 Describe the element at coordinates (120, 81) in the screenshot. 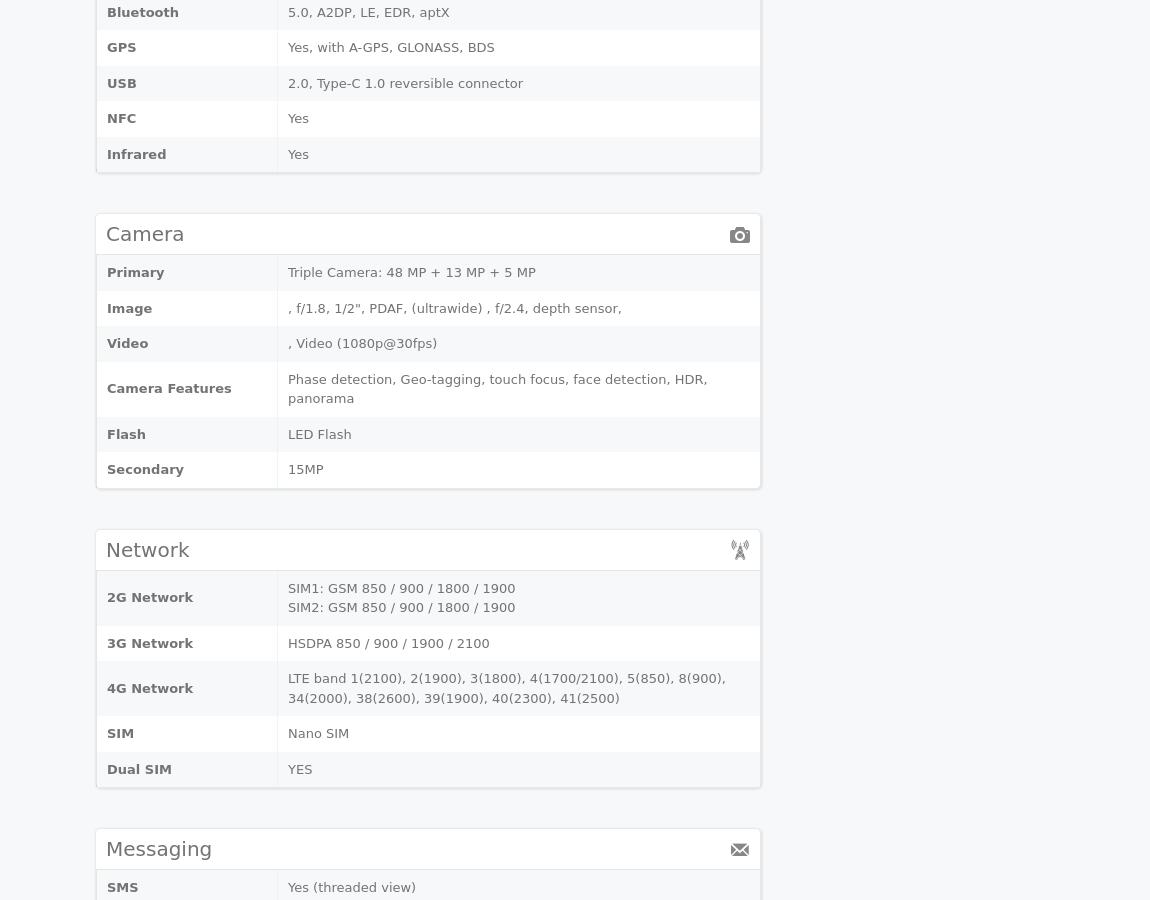

I see `'USB'` at that location.